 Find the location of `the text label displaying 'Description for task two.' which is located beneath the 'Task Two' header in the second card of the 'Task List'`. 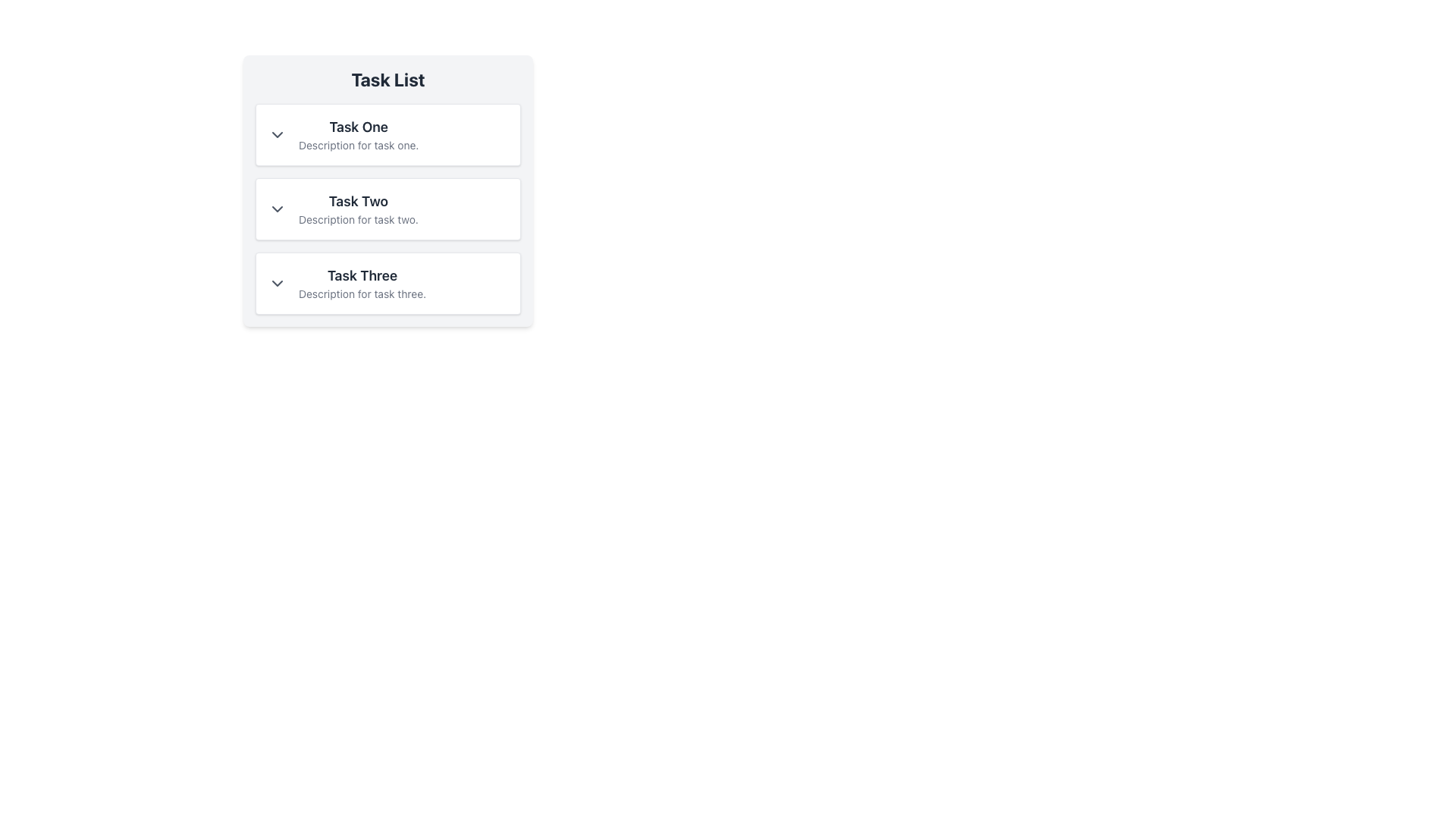

the text label displaying 'Description for task two.' which is located beneath the 'Task Two' header in the second card of the 'Task List' is located at coordinates (357, 219).